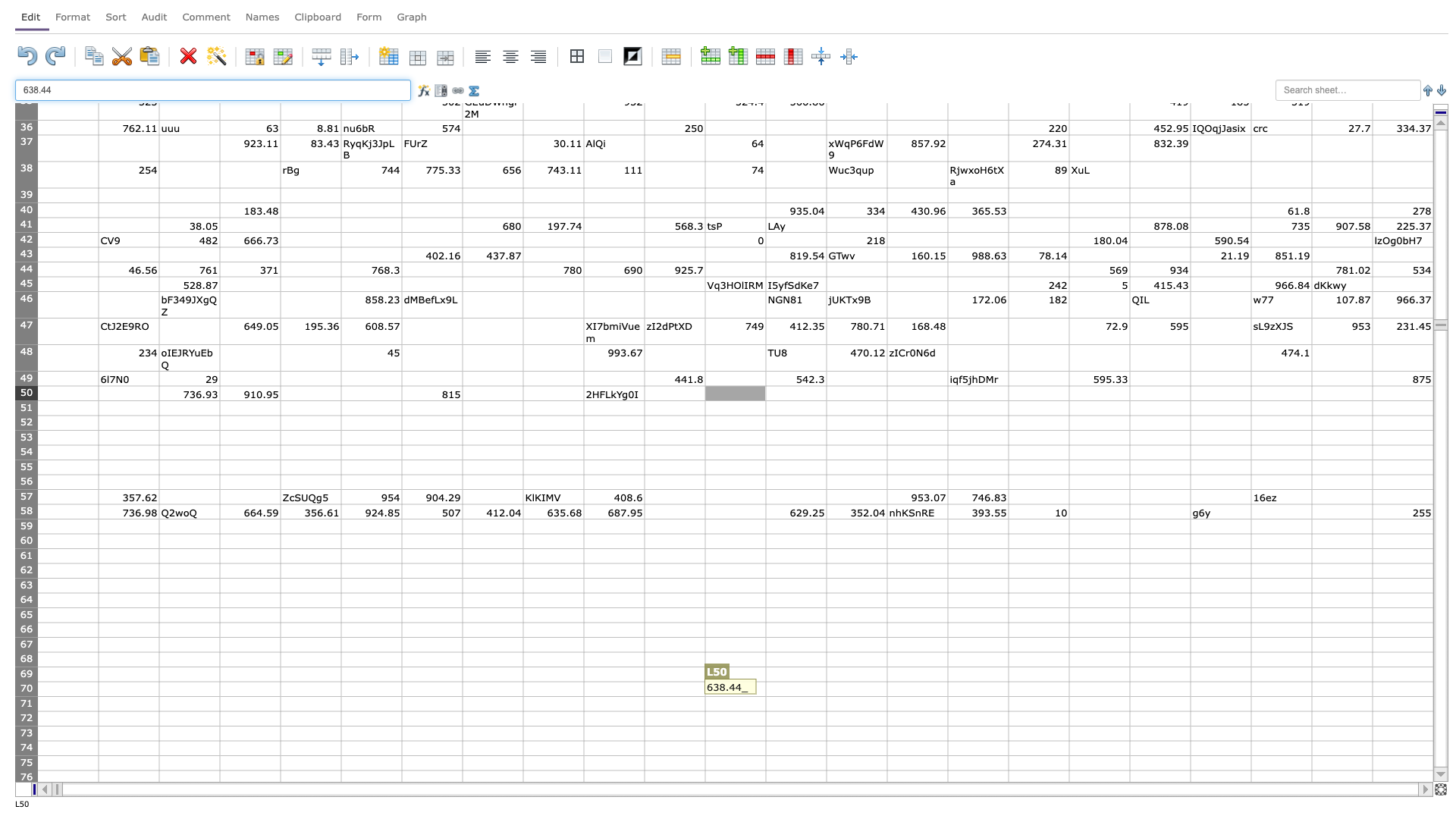 Image resolution: width=1456 pixels, height=819 pixels. What do you see at coordinates (887, 696) in the screenshot?
I see `Fill point of cell N70` at bounding box center [887, 696].